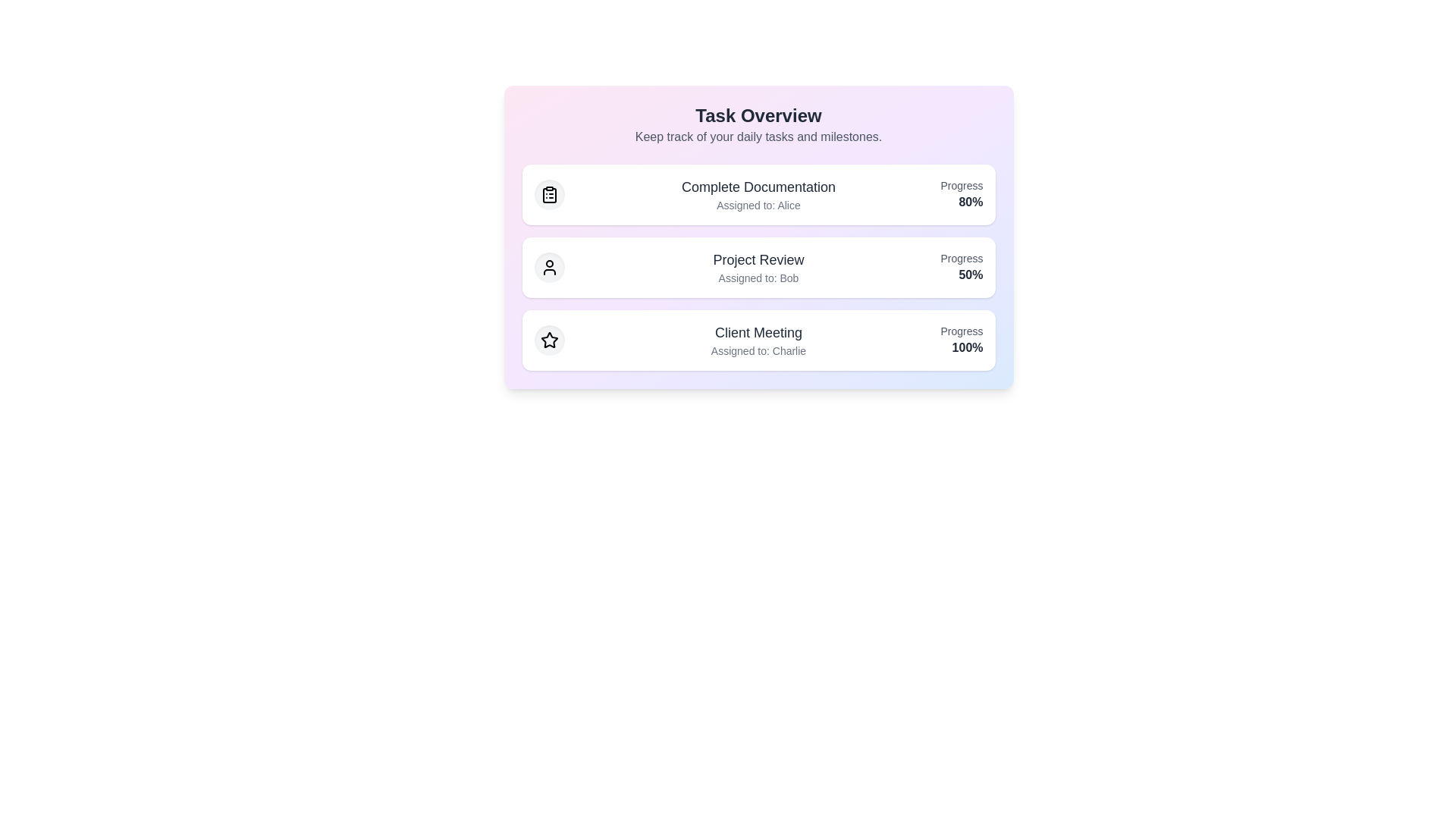 This screenshot has width=1456, height=819. I want to click on the task item corresponding to Project Review, so click(758, 267).